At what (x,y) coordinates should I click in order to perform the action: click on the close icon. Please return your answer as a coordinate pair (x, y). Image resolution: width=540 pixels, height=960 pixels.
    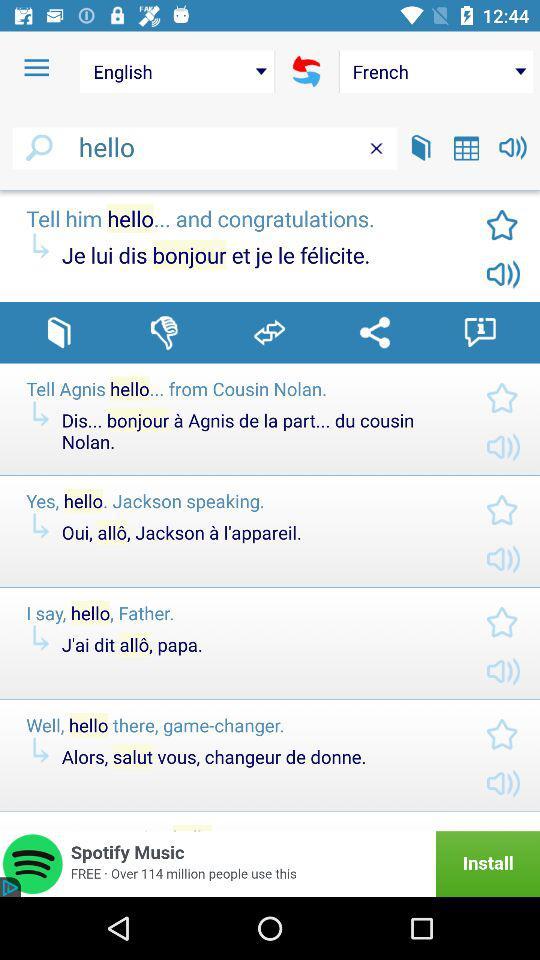
    Looking at the image, I should click on (376, 147).